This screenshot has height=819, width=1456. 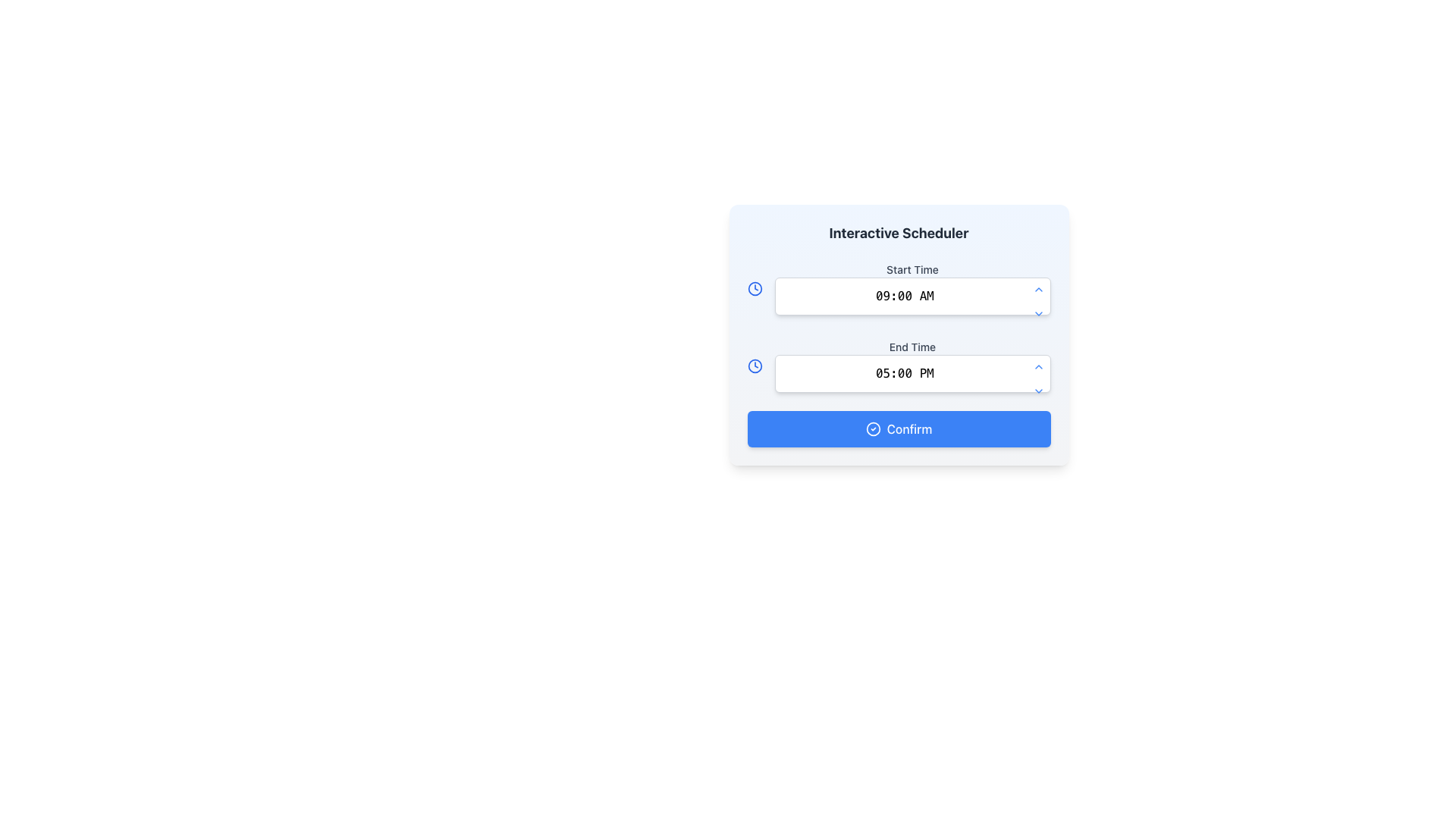 I want to click on the chevron of the Dropdown Indicator located at the rightmost part of the second time input field in the scheduler interface, so click(x=1037, y=312).